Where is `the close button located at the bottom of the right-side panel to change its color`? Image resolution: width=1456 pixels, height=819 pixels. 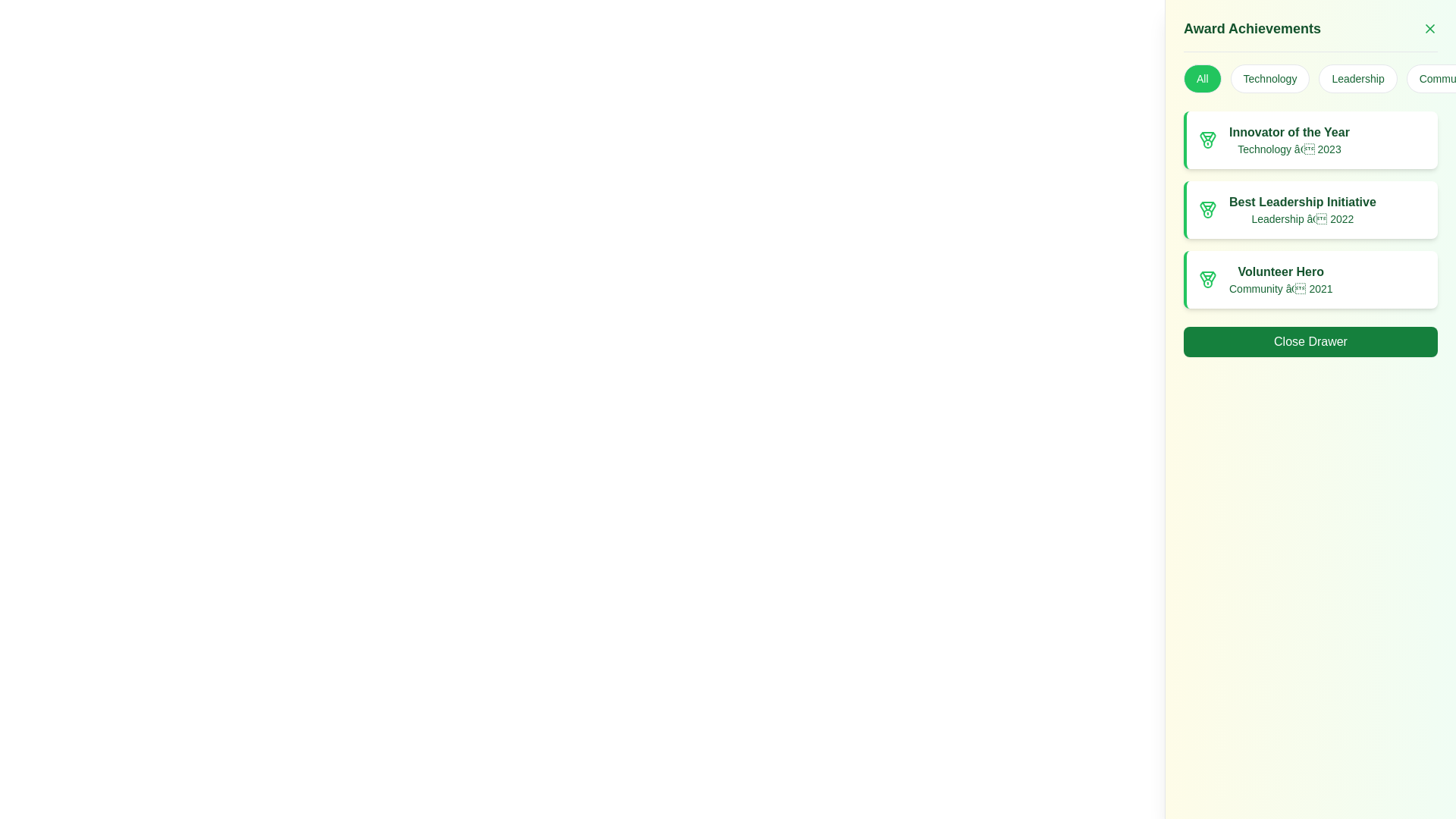
the close button located at the bottom of the right-side panel to change its color is located at coordinates (1310, 342).